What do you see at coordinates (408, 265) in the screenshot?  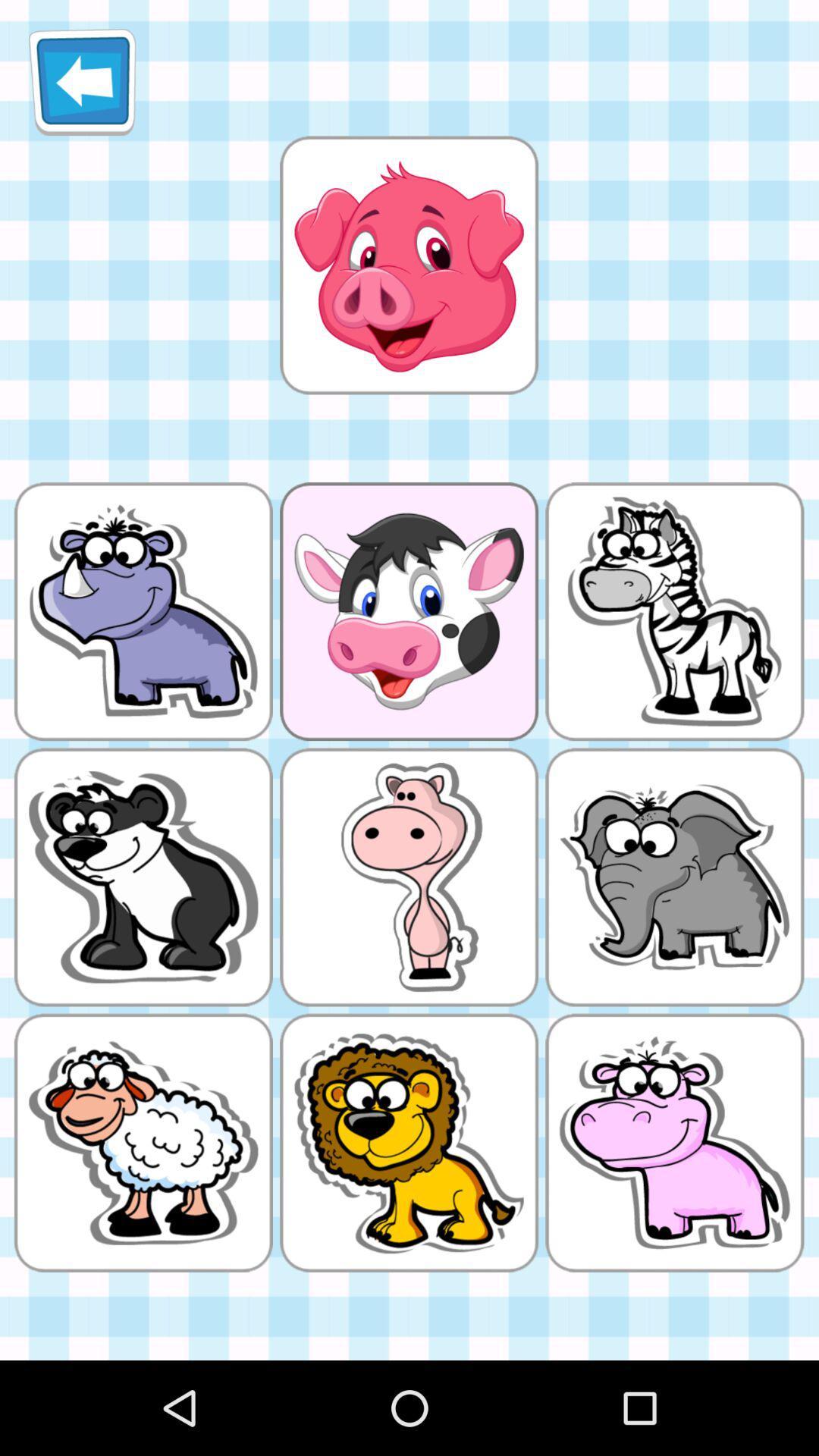 I see `avatar selection` at bounding box center [408, 265].